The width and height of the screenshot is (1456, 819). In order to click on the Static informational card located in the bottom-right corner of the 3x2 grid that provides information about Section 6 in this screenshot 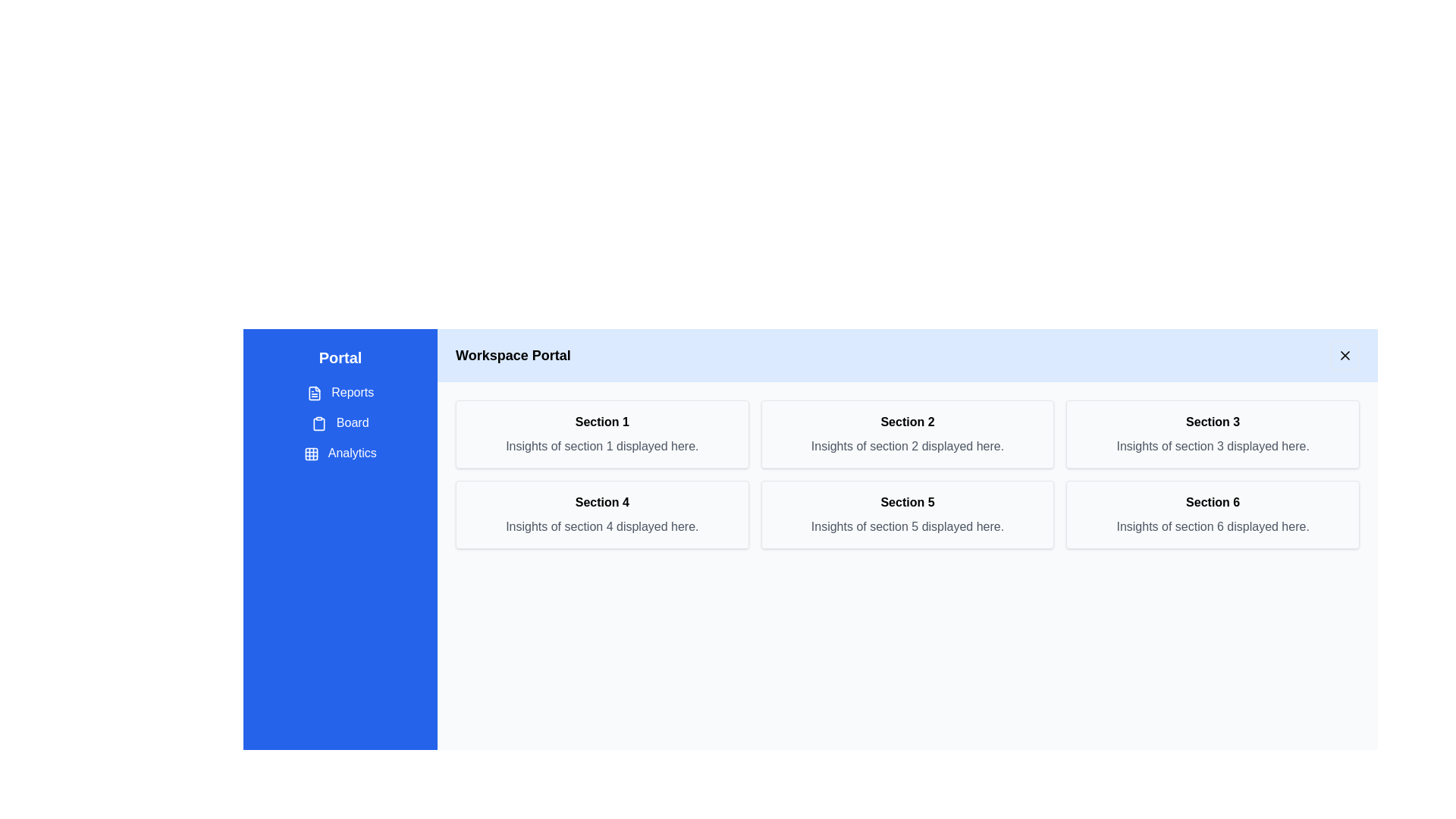, I will do `click(1212, 513)`.